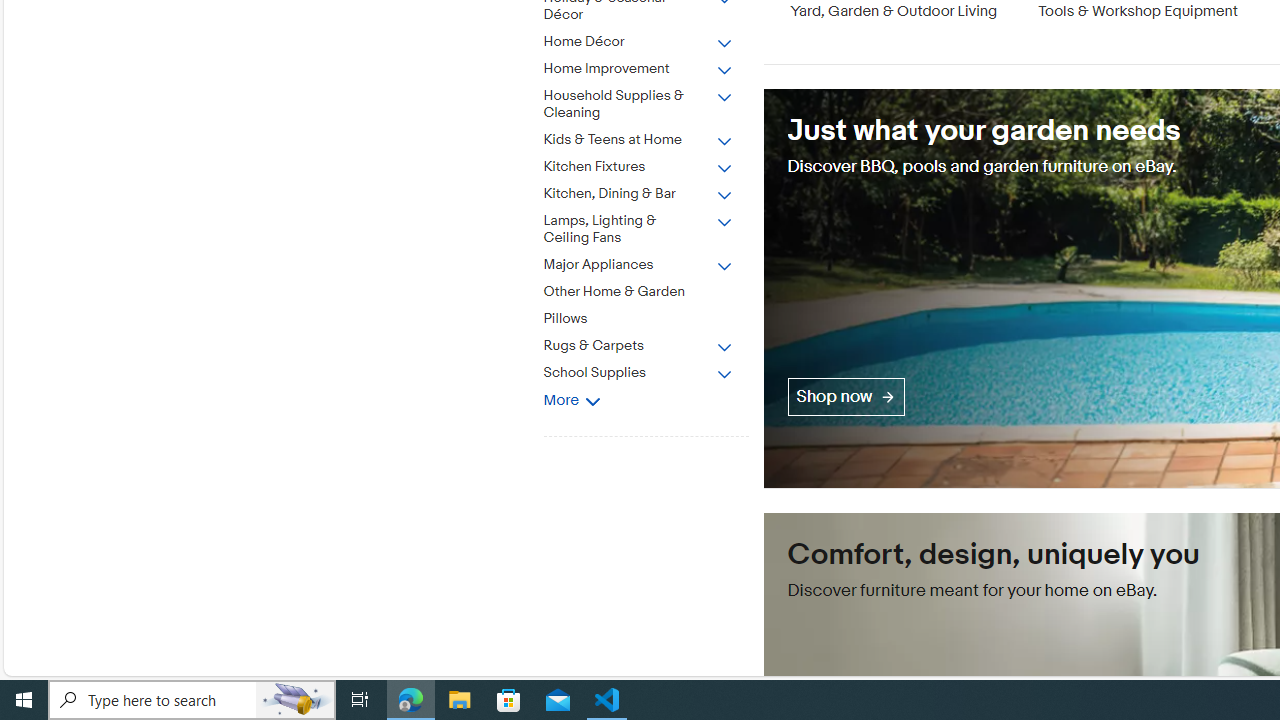 The width and height of the screenshot is (1280, 720). Describe the element at coordinates (653, 369) in the screenshot. I see `'School Supplies'` at that location.